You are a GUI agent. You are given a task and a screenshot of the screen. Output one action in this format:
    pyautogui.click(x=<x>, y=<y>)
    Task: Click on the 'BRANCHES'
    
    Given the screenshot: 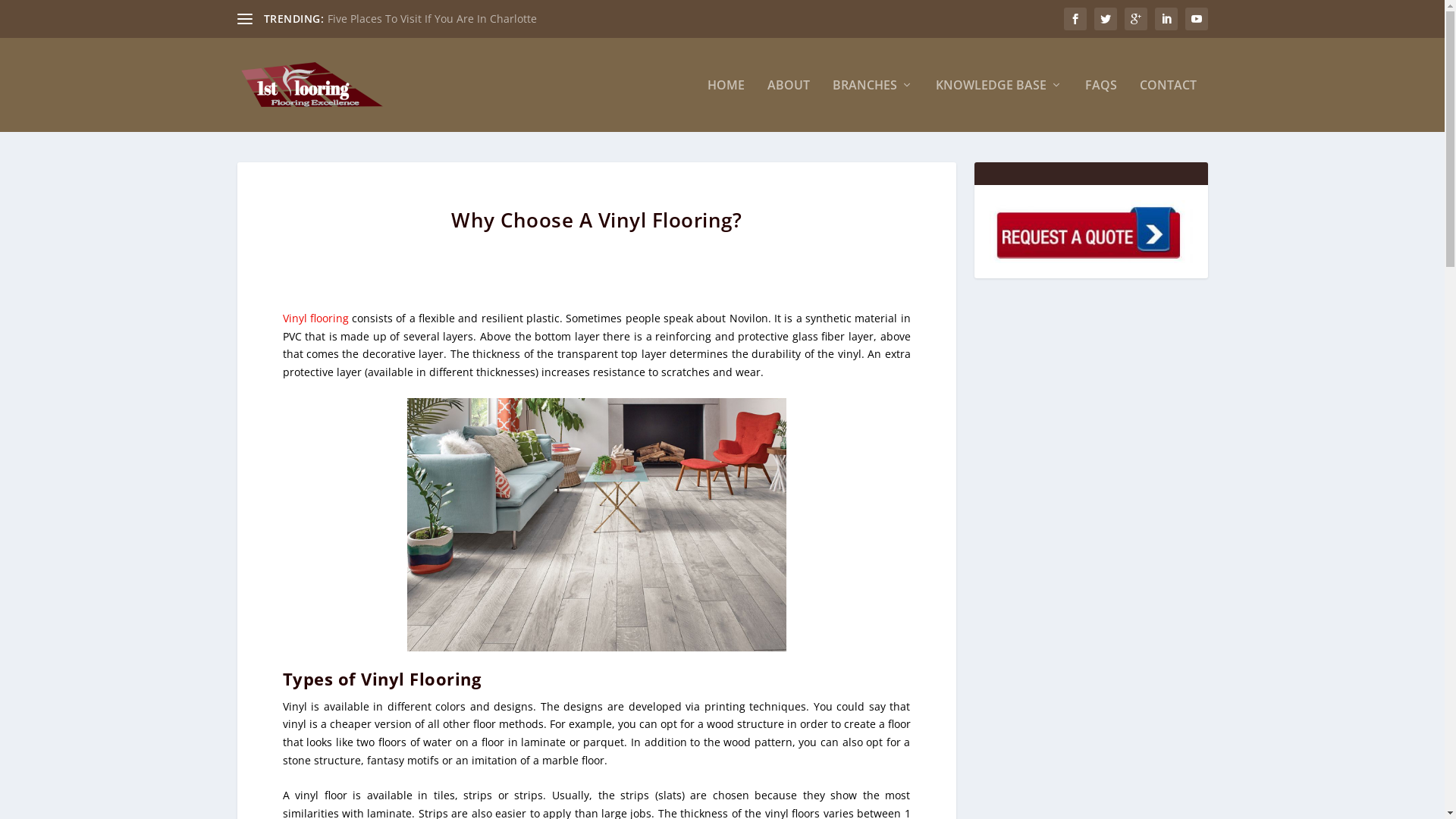 What is the action you would take?
    pyautogui.click(x=873, y=104)
    